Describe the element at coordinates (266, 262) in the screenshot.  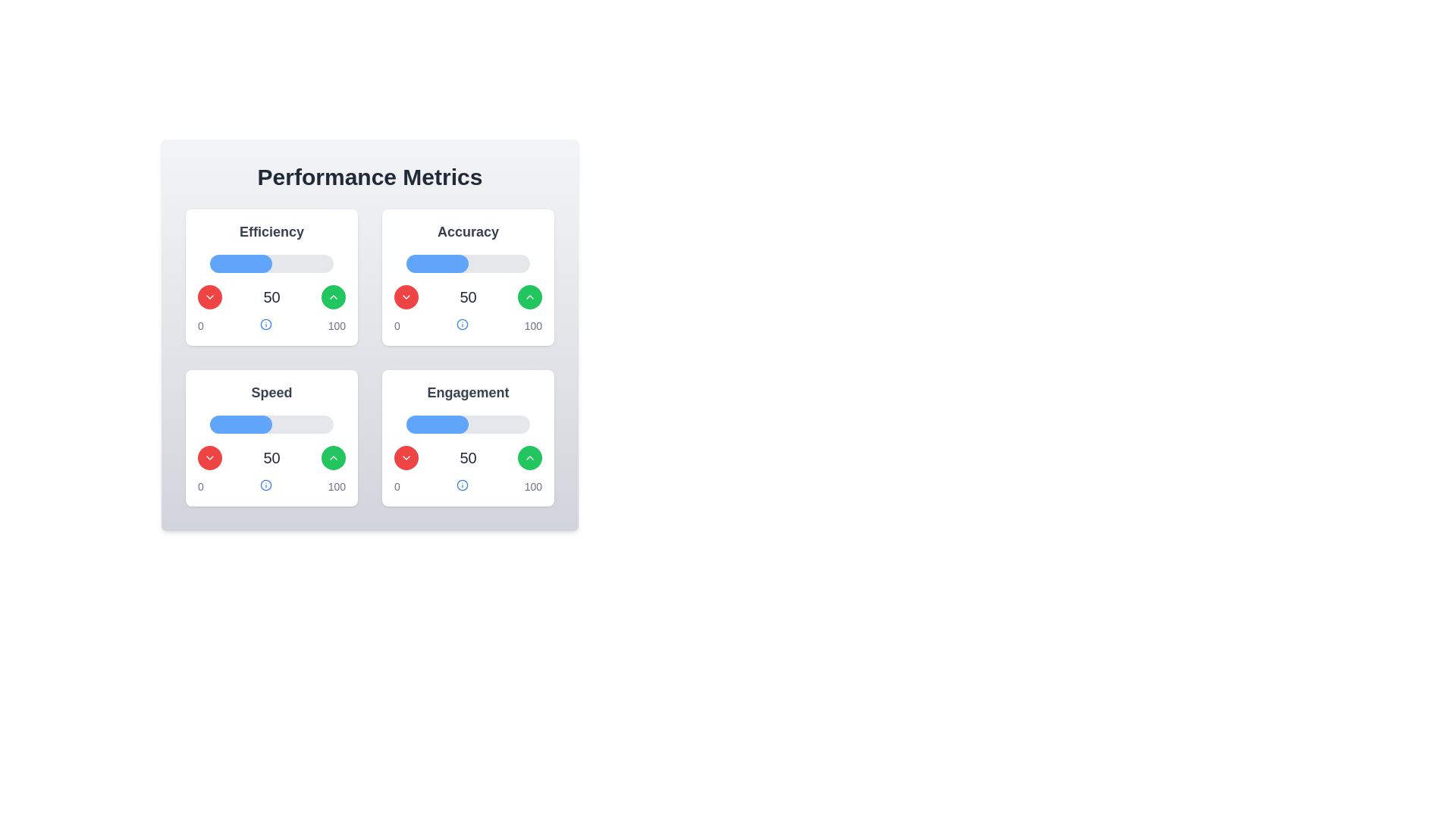
I see `the efficiency value` at that location.